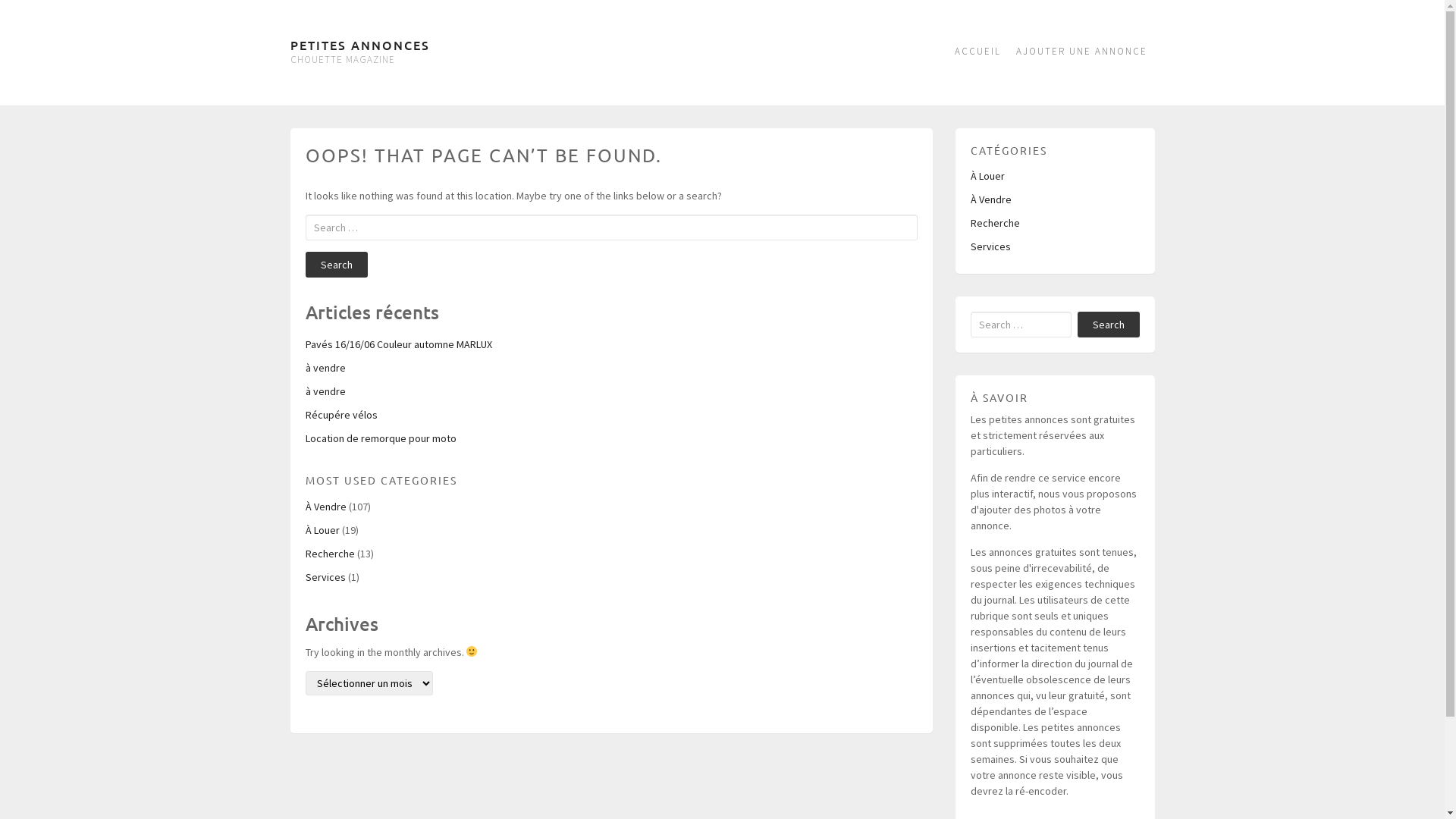 The height and width of the screenshot is (819, 1456). I want to click on 'ACCUEIL', so click(977, 52).